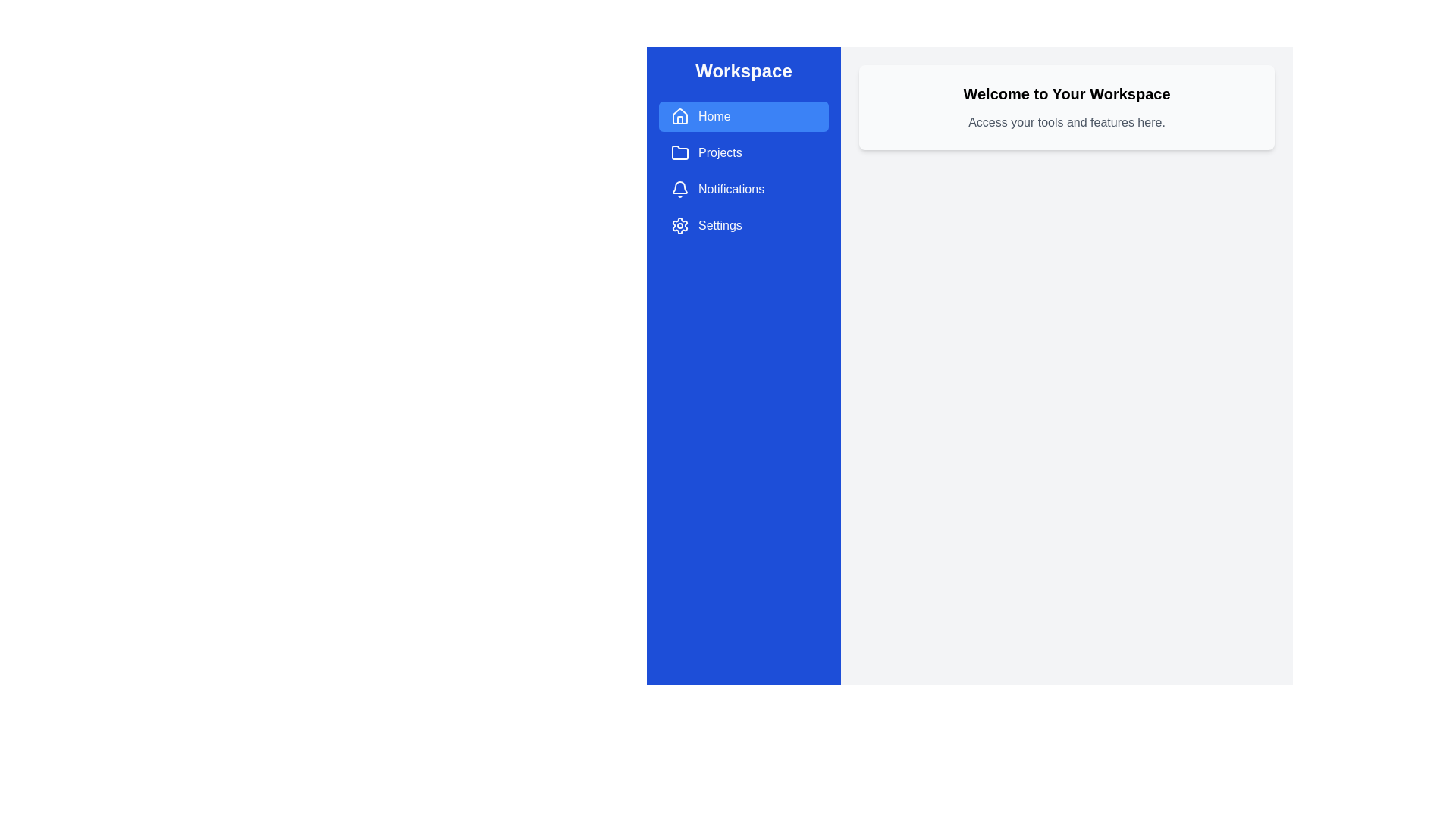  I want to click on the 'Settings' link, so click(743, 225).